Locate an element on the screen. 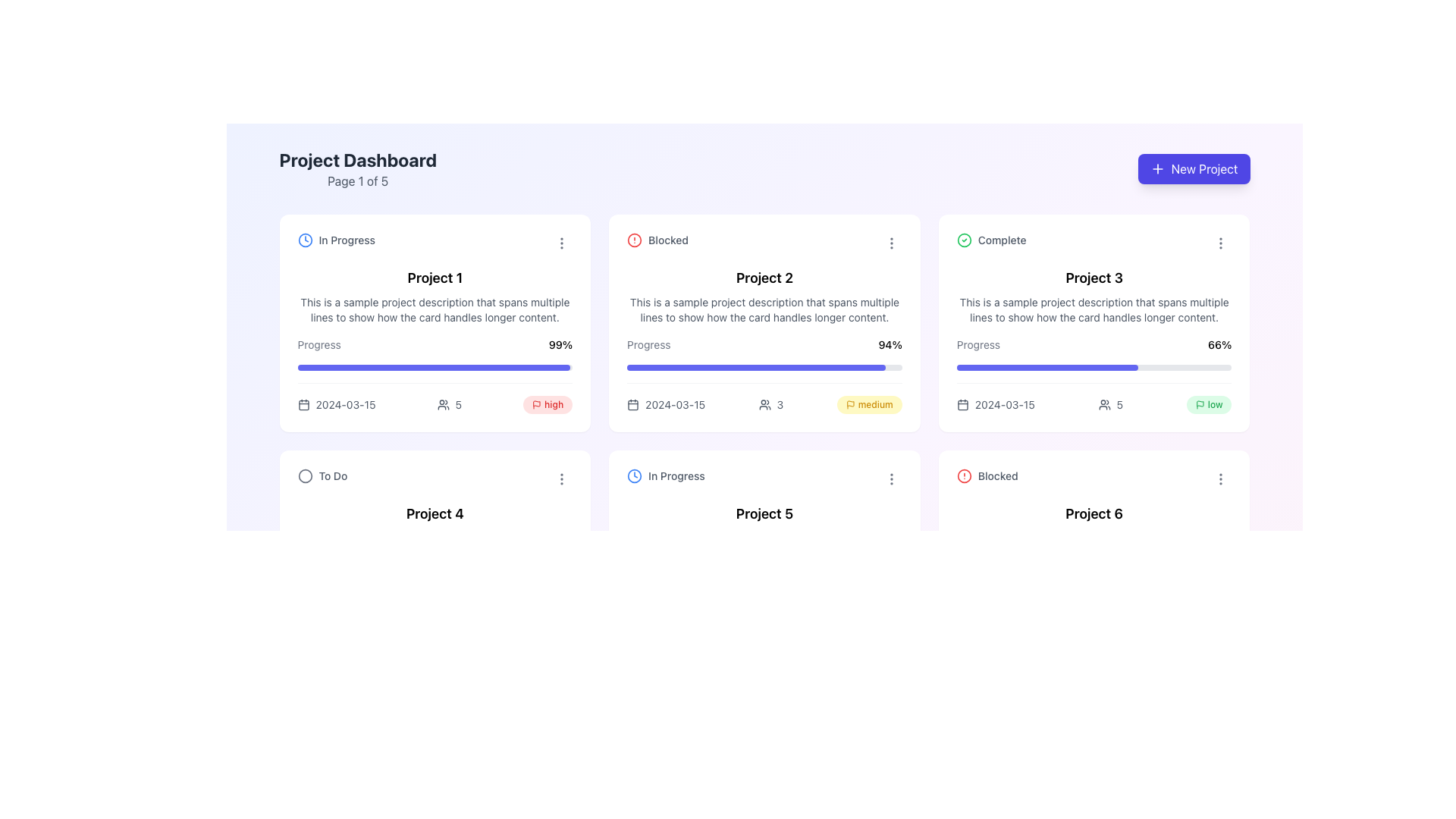  the date icon located to the left of the text '2024-03-15' in the first card of the top row in the grid layout, which represents project metadata is located at coordinates (303, 403).